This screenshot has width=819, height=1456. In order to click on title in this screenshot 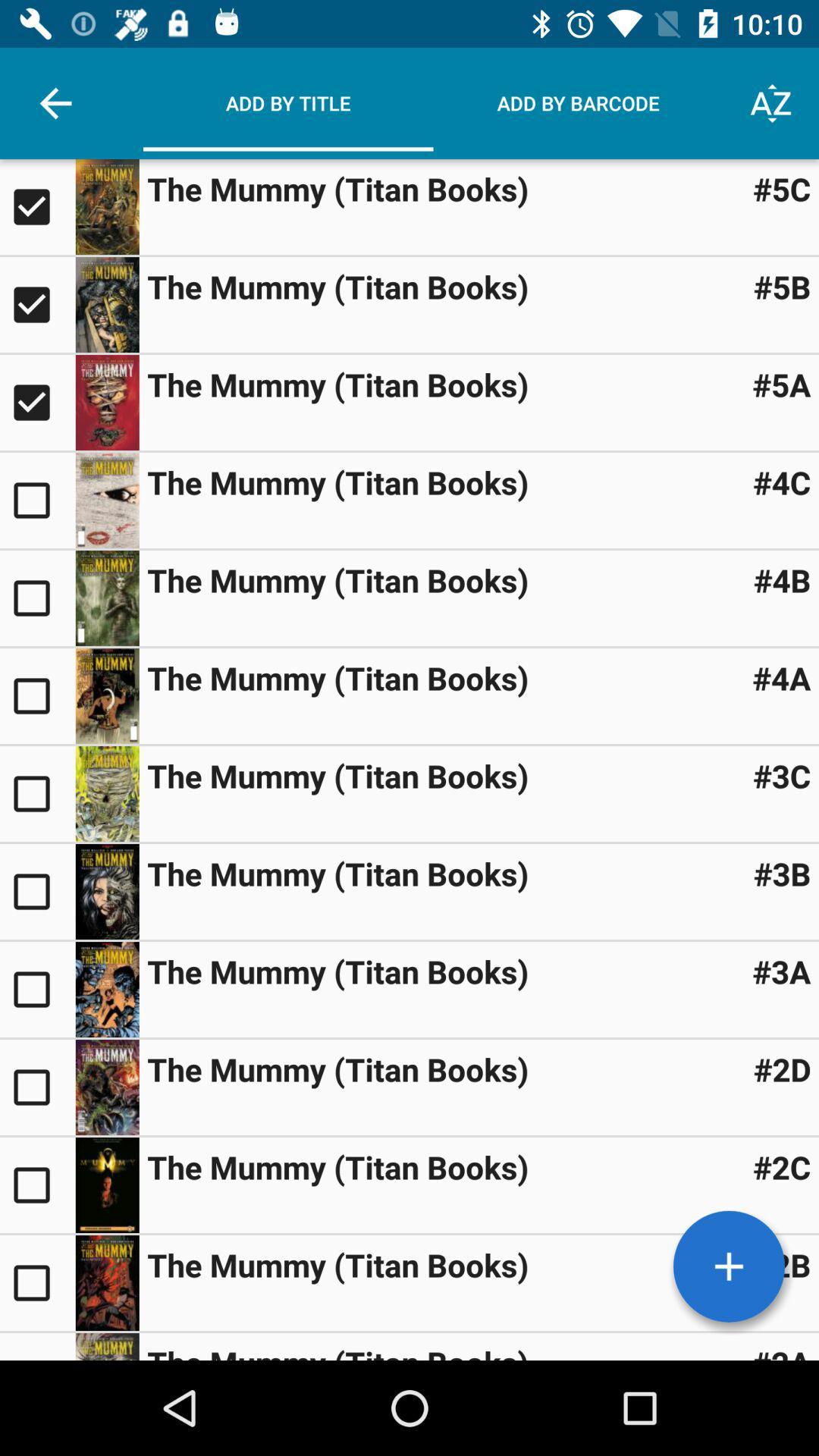, I will do `click(36, 304)`.